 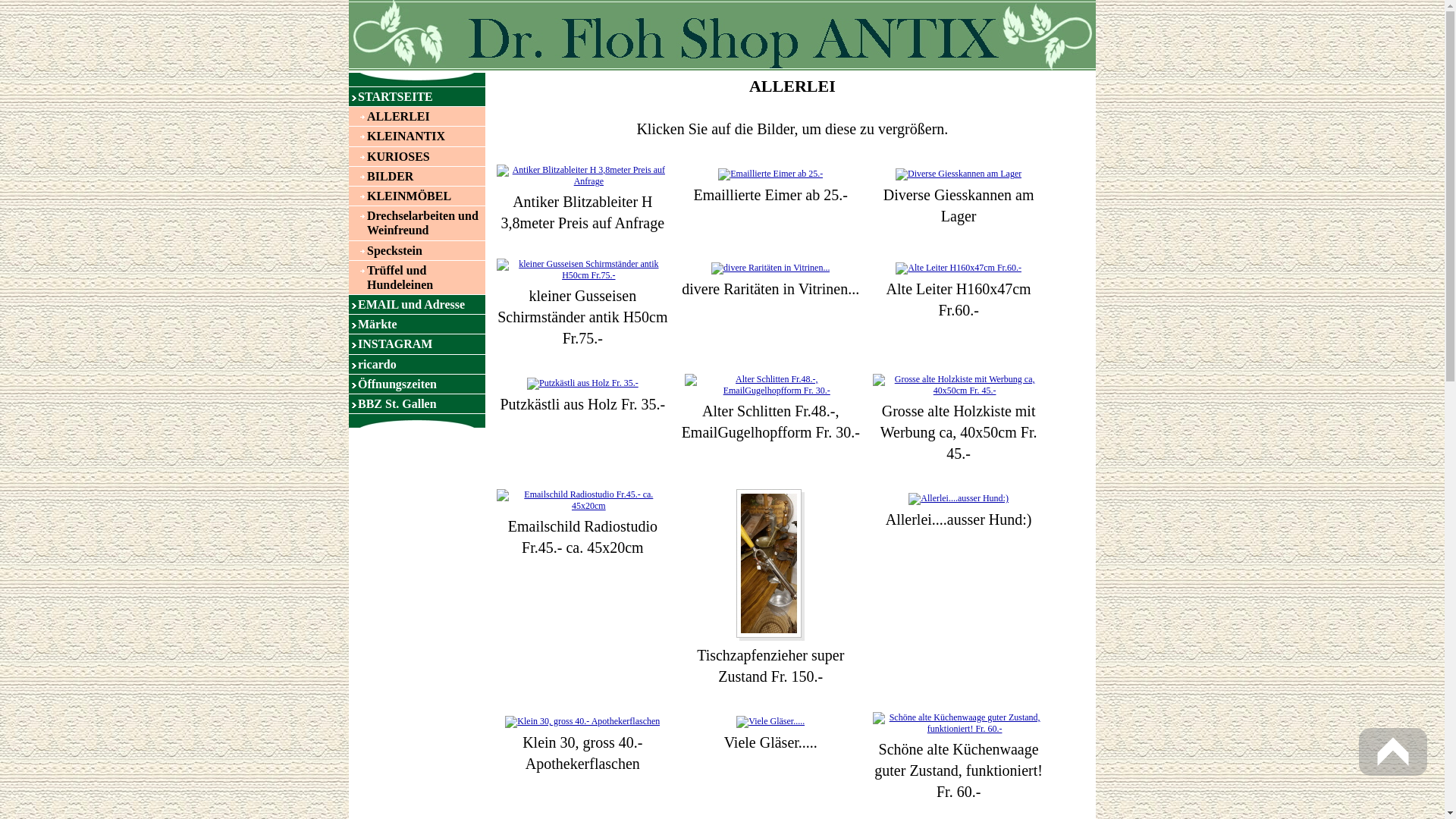 What do you see at coordinates (348, 156) in the screenshot?
I see `'KURIOSES'` at bounding box center [348, 156].